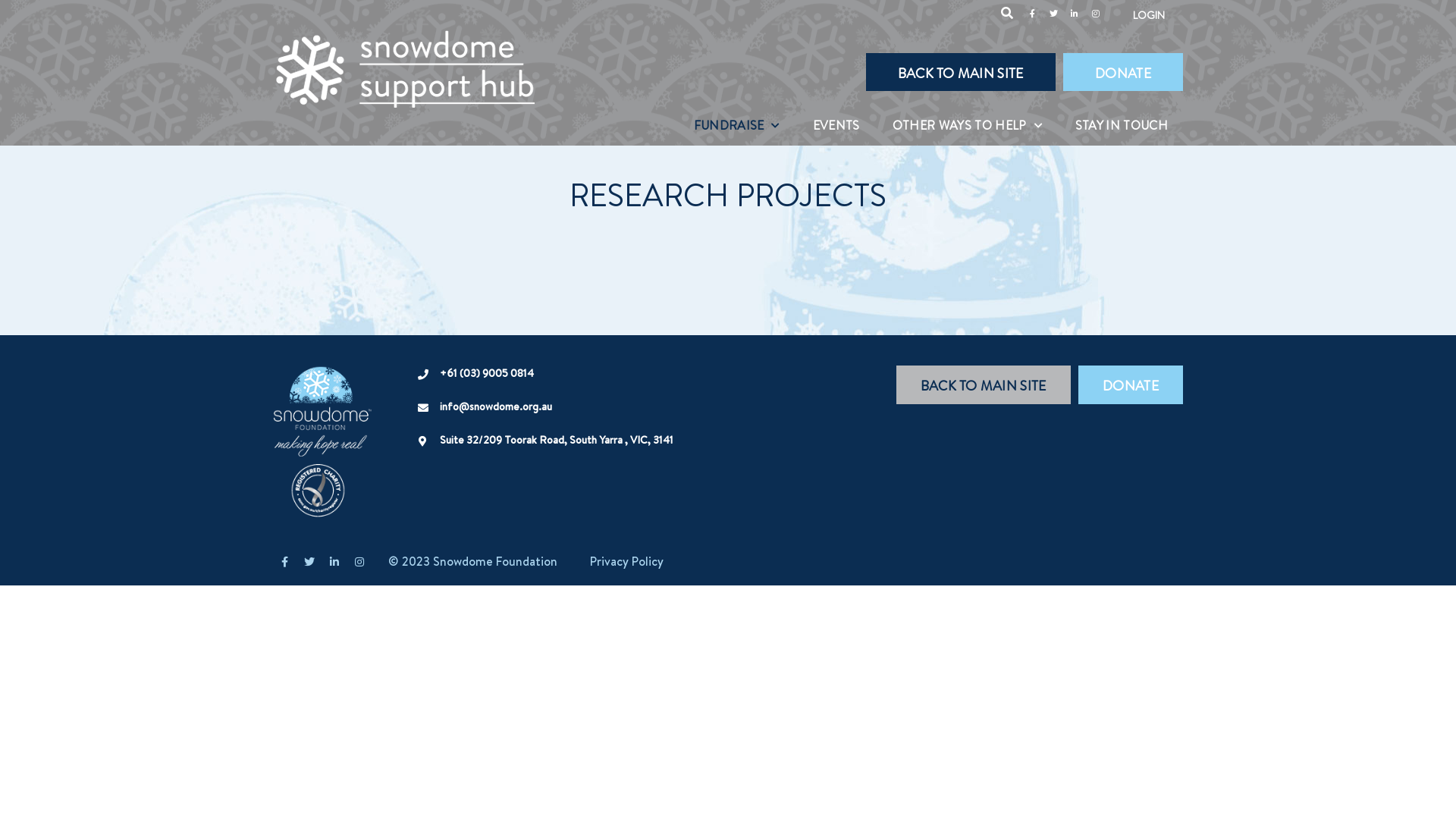 This screenshot has height=819, width=1456. What do you see at coordinates (736, 124) in the screenshot?
I see `'FUNDRAISE'` at bounding box center [736, 124].